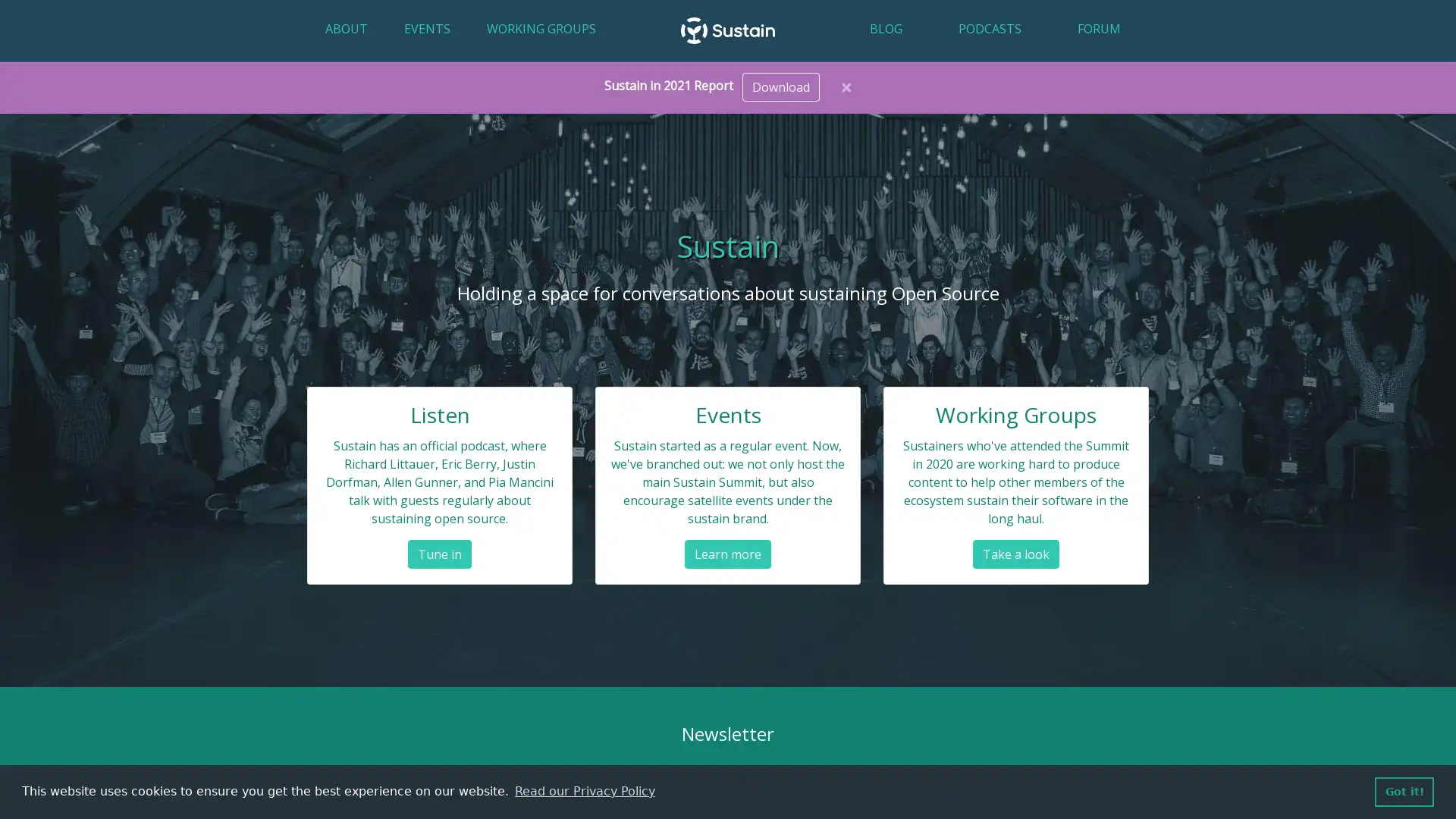  I want to click on learn more about cookies, so click(584, 791).